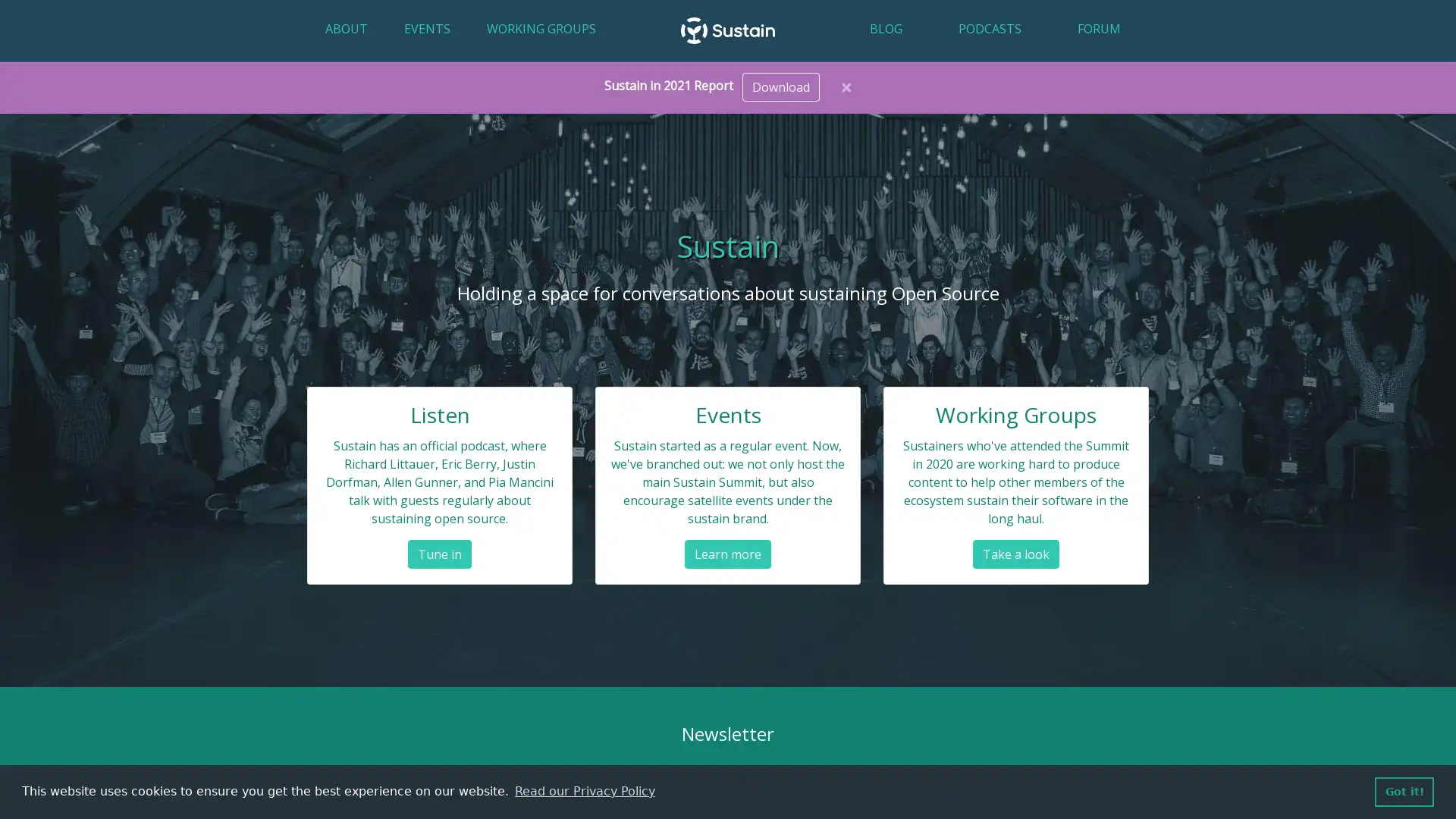  I want to click on learn more about cookies, so click(584, 791).